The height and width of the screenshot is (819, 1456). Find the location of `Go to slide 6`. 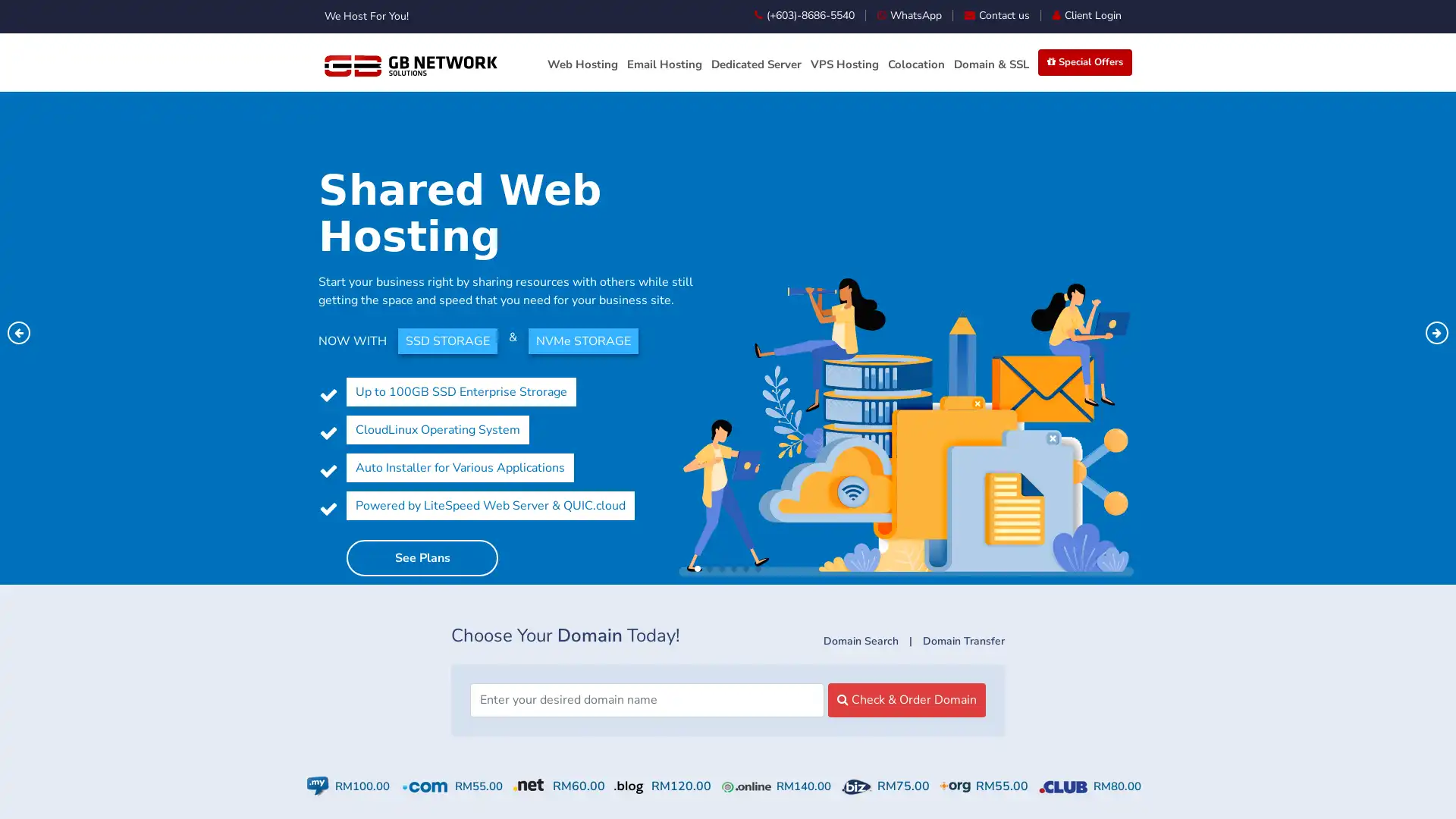

Go to slide 6 is located at coordinates (758, 568).